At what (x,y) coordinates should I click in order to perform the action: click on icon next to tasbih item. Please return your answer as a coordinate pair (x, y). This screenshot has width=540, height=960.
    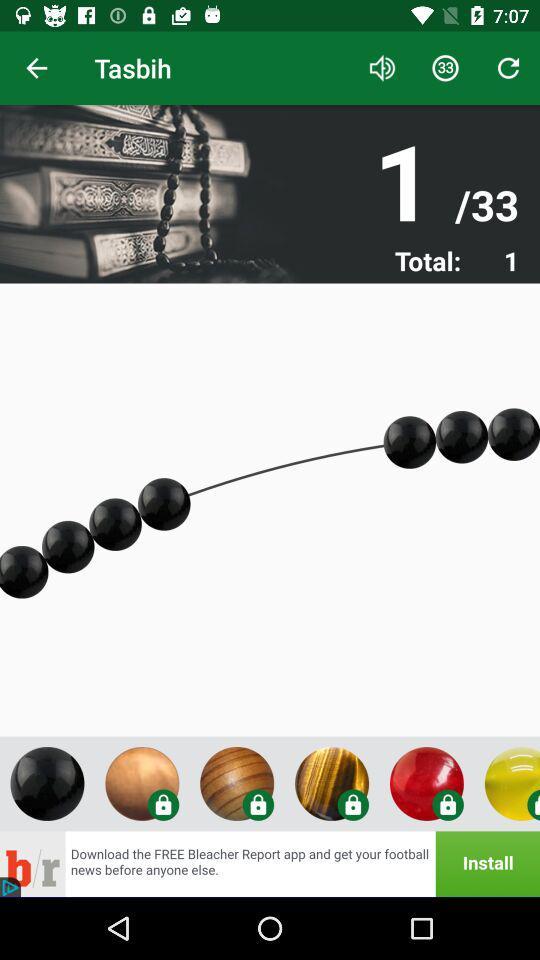
    Looking at the image, I should click on (382, 68).